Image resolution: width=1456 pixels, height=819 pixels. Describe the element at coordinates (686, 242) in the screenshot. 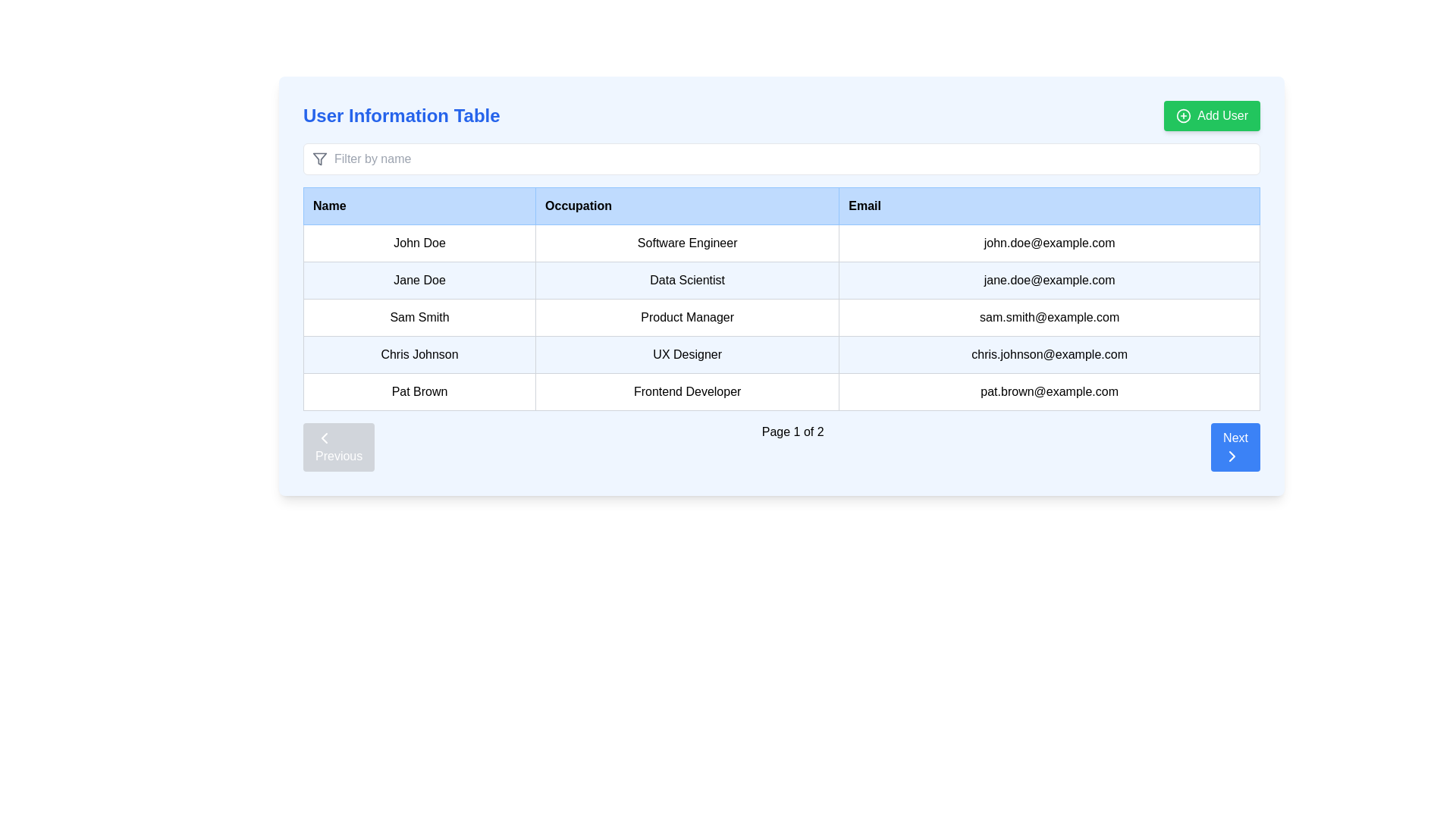

I see `the text label displaying 'Software Engineer' located in the second column of the first row of the table under the 'Occupation' header` at that location.